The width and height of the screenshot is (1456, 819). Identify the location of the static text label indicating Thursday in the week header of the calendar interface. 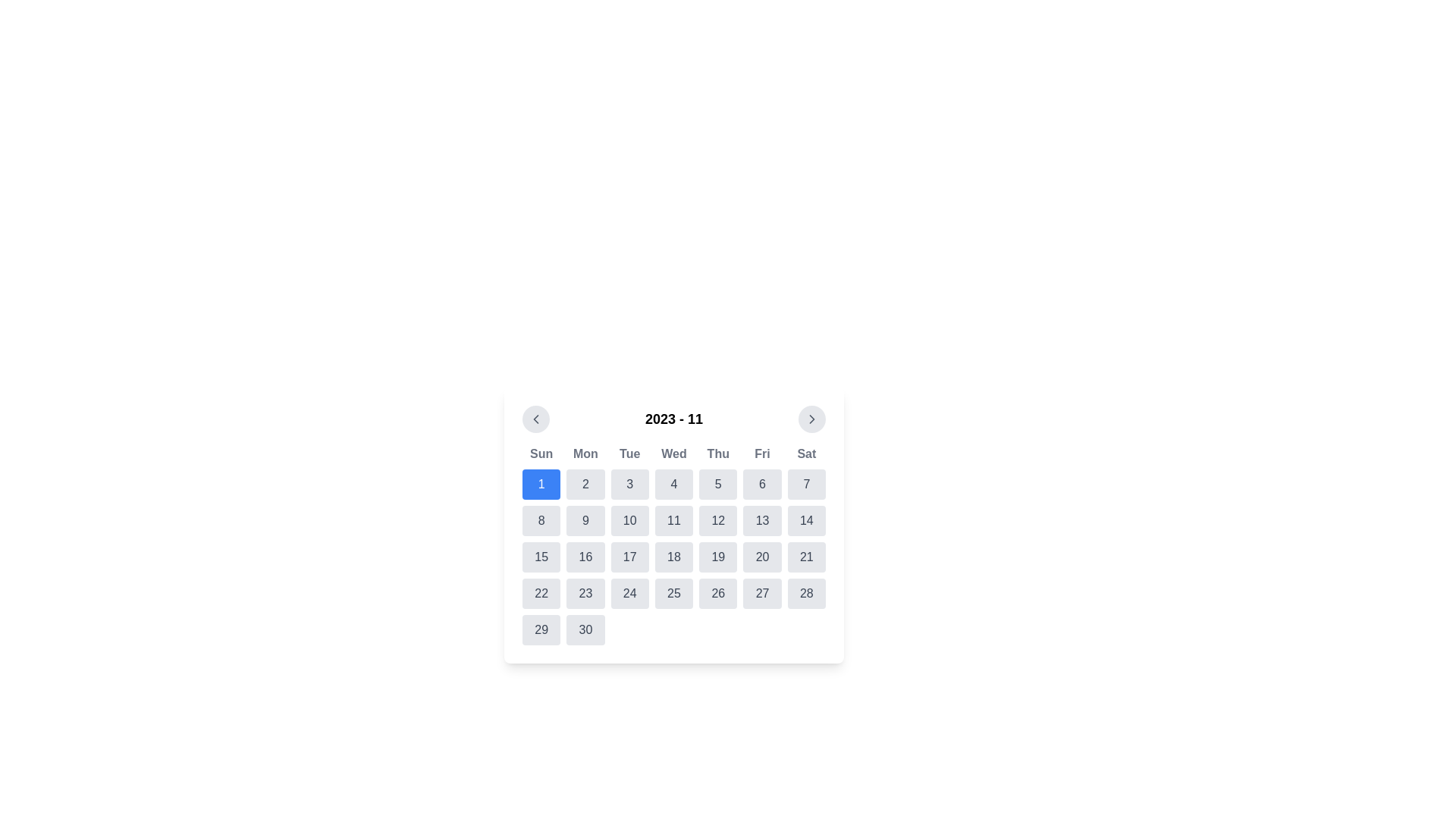
(717, 453).